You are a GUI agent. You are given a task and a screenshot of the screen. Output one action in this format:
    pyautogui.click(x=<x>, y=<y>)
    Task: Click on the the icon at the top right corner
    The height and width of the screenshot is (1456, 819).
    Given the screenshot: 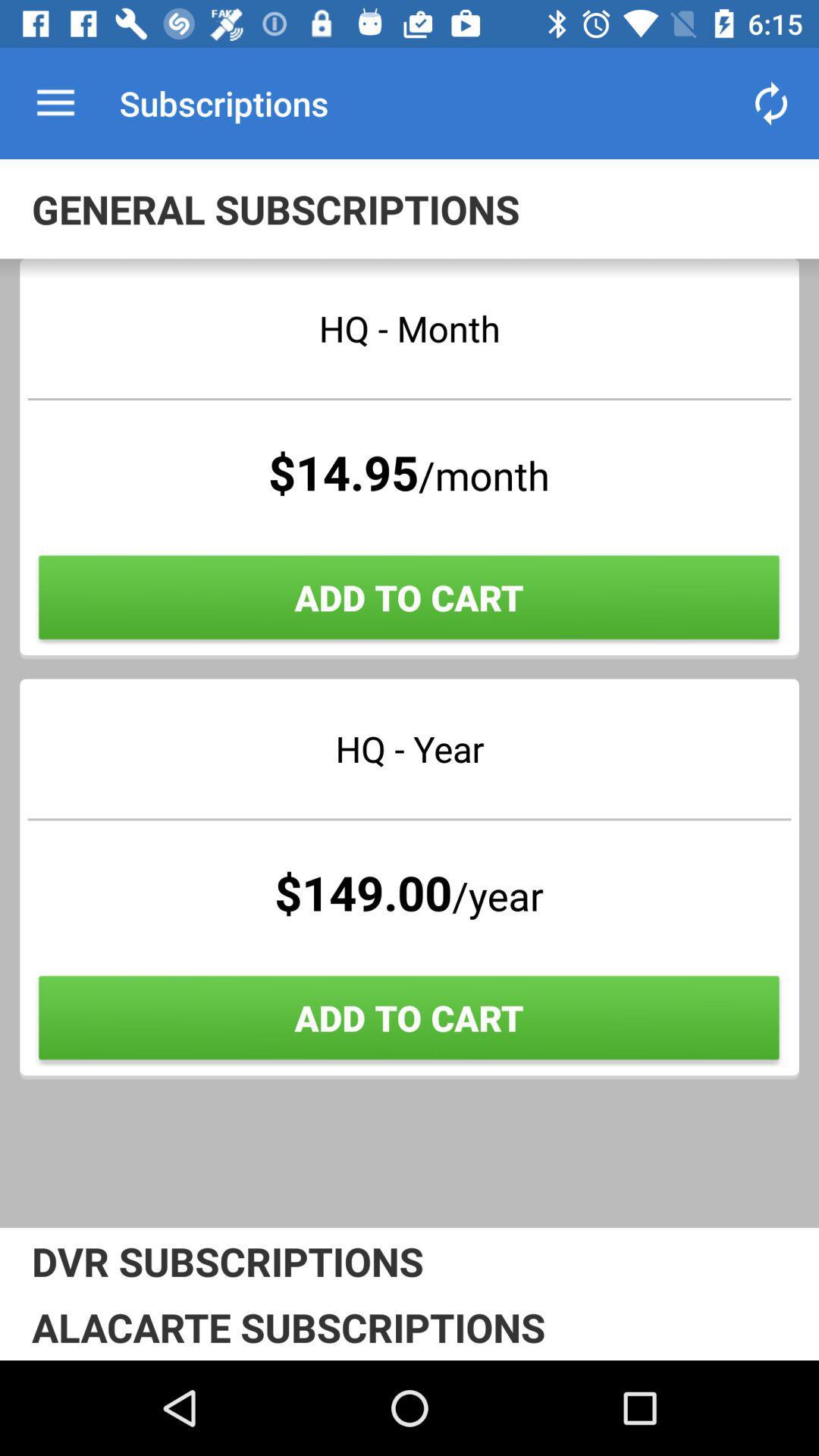 What is the action you would take?
    pyautogui.click(x=771, y=102)
    